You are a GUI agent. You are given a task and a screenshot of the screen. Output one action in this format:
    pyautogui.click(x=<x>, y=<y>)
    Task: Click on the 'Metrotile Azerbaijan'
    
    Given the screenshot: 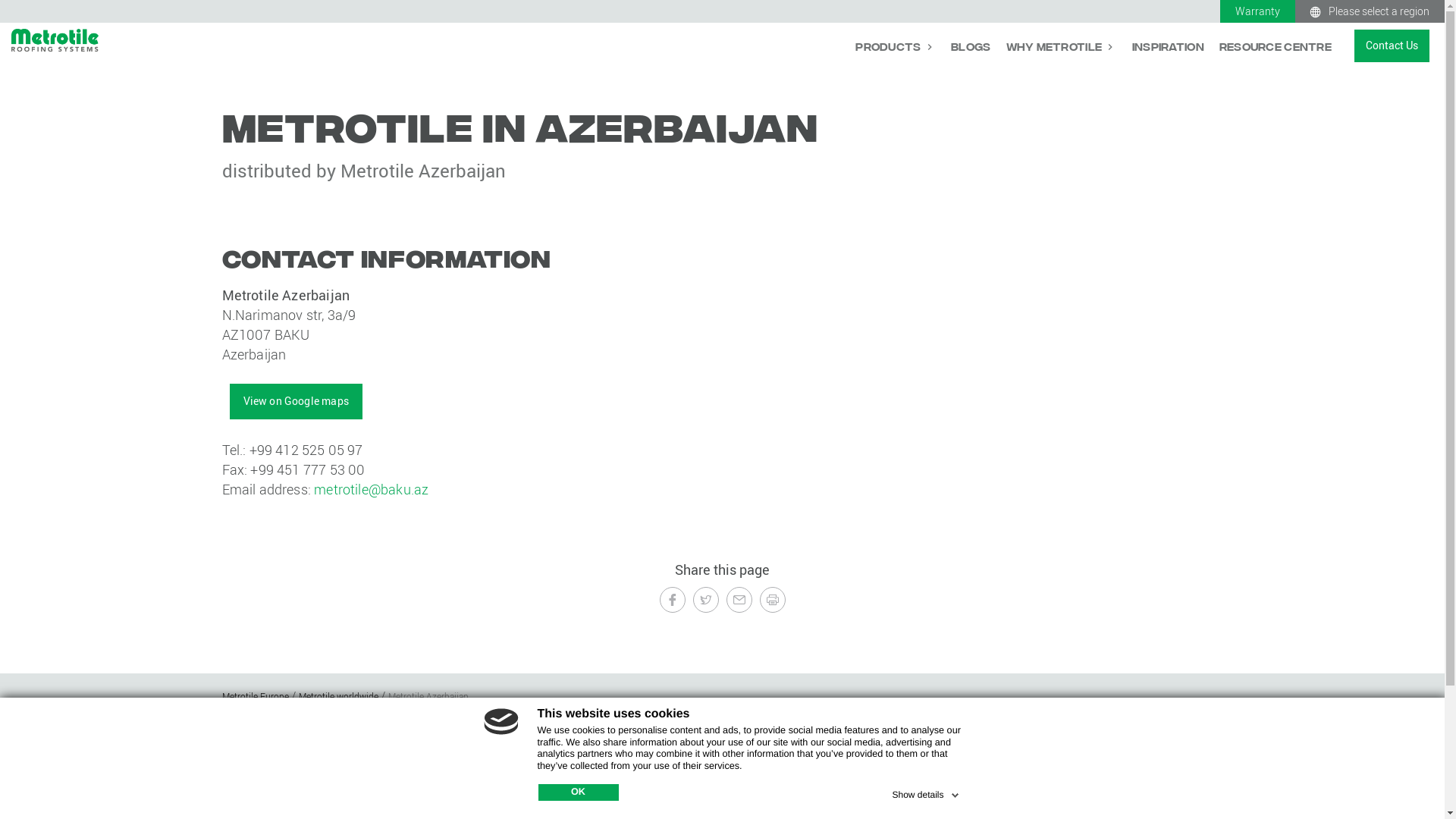 What is the action you would take?
    pyautogui.click(x=428, y=696)
    